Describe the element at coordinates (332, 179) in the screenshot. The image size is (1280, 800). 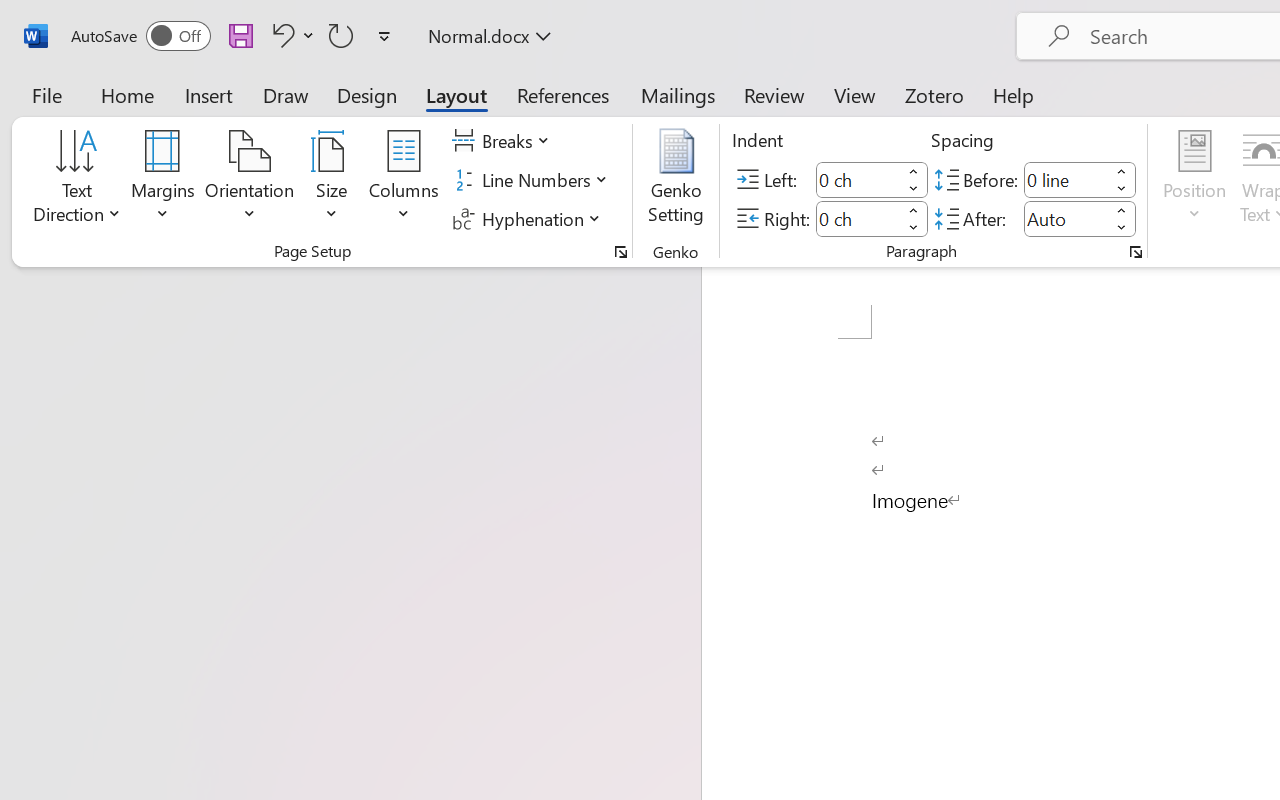
I see `'Size'` at that location.